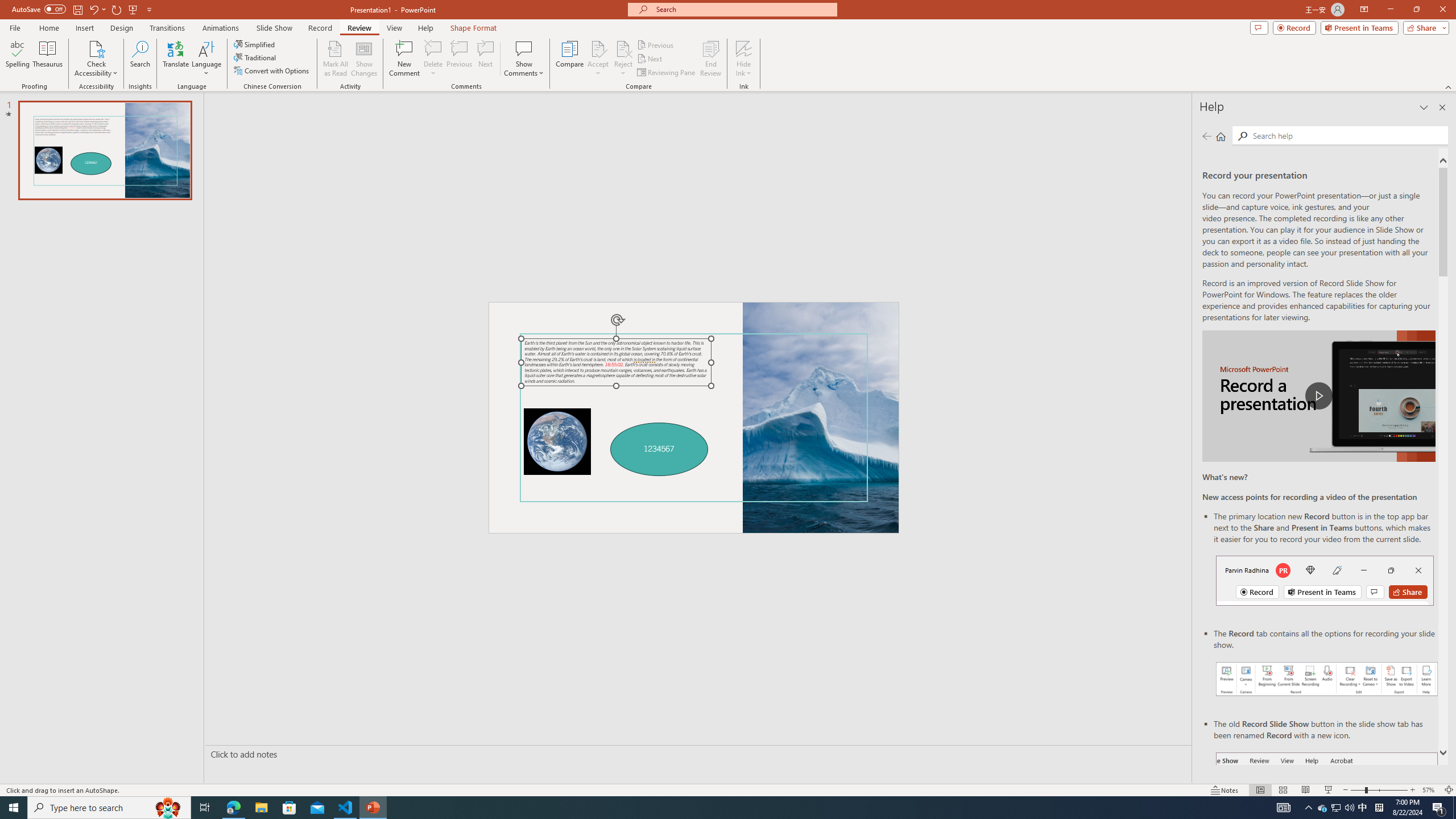 The width and height of the screenshot is (1456, 819). I want to click on 'Convert with Options...', so click(271, 69).